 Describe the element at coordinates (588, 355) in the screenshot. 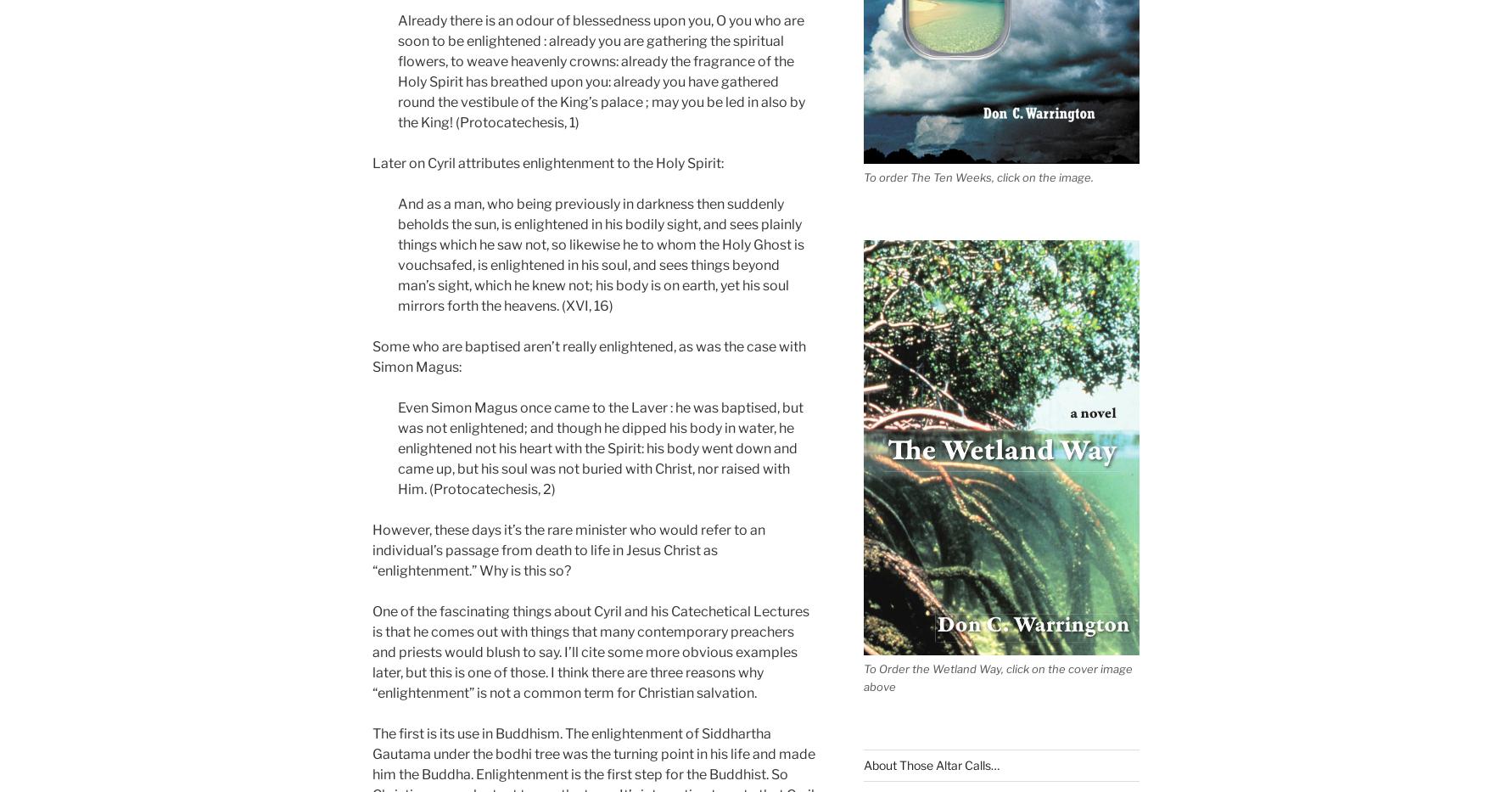

I see `'Some who are baptised aren’t really enlightened, as was the case with Simon Magus:'` at that location.